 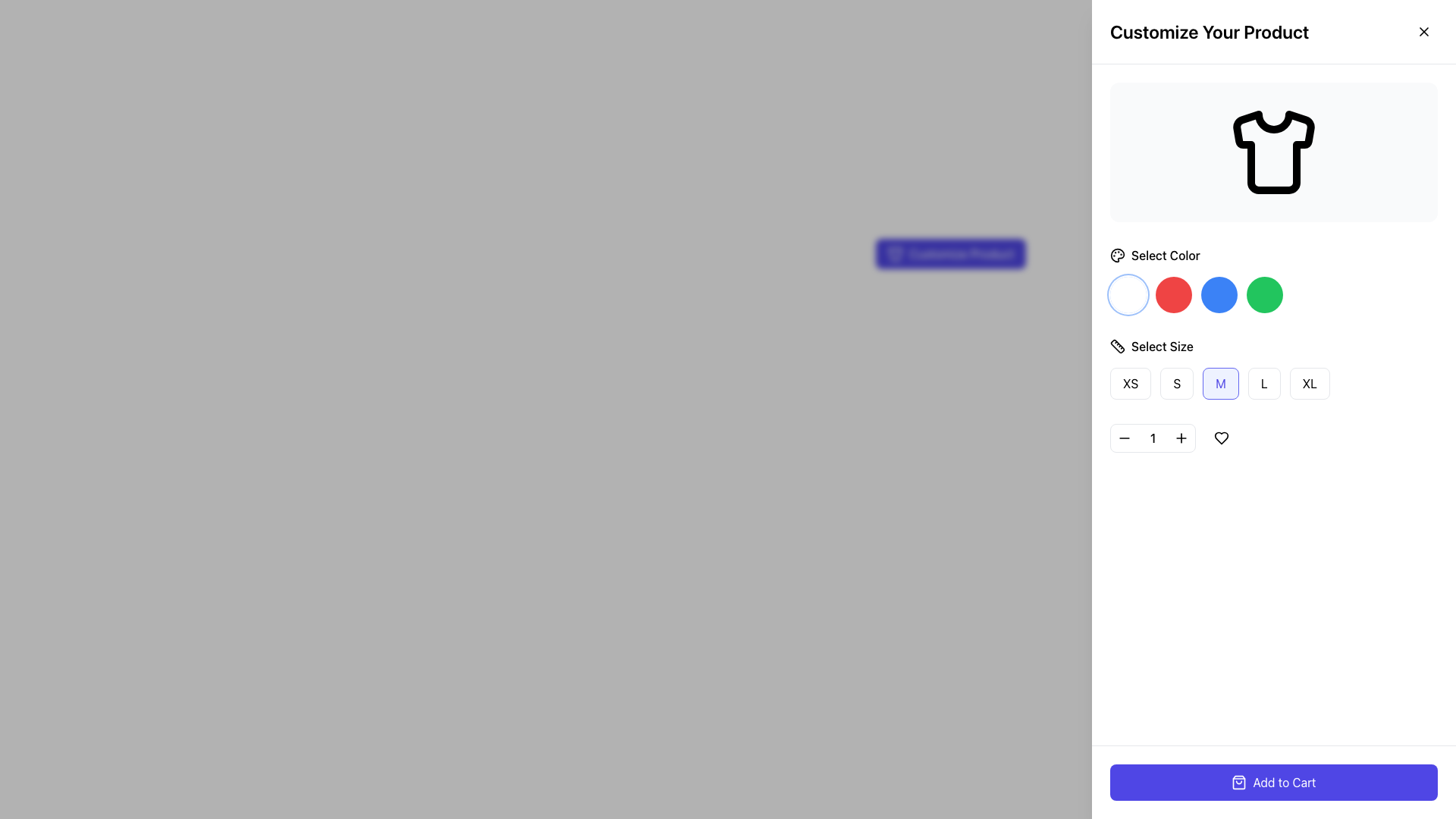 What do you see at coordinates (1423, 32) in the screenshot?
I see `the close button located at the top-right corner of the modal titled 'Customize Your Product' for keyboard interaction support` at bounding box center [1423, 32].